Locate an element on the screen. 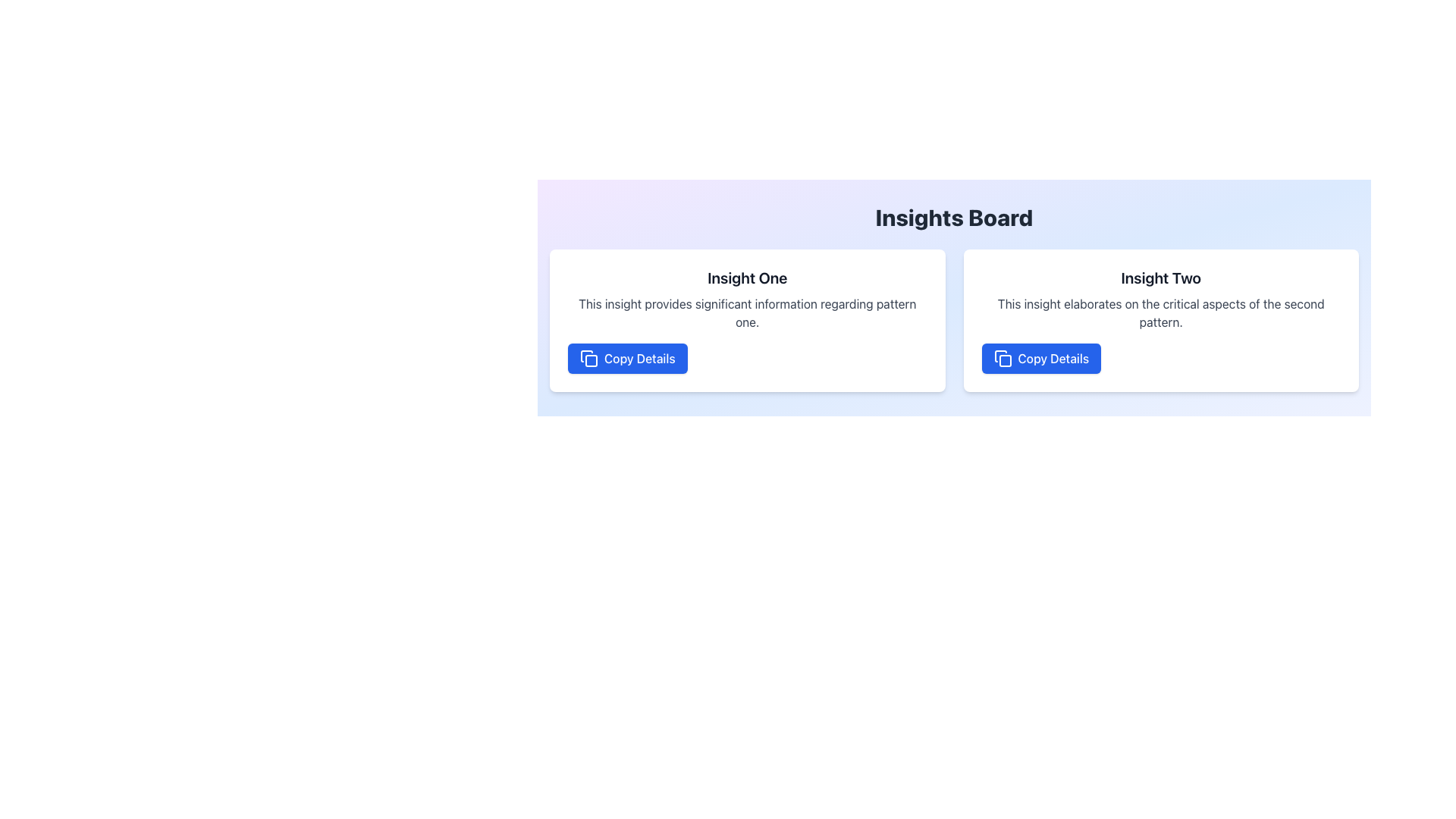 This screenshot has height=819, width=1456. textual content of the Information card located in the first column, horizontally aligned to the left of the second card titled 'Insight Two' is located at coordinates (747, 320).